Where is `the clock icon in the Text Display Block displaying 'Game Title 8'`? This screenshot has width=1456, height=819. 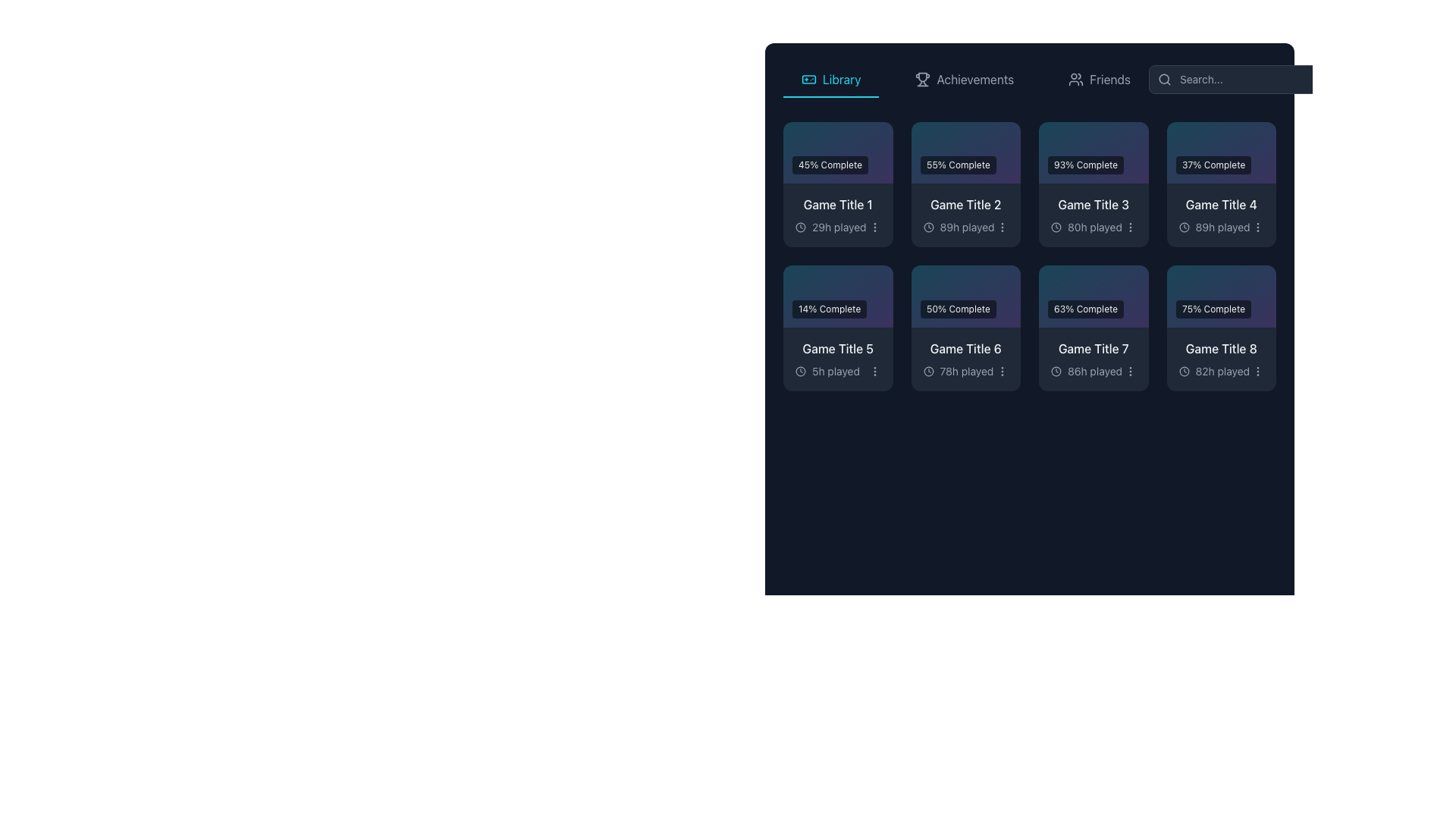 the clock icon in the Text Display Block displaying 'Game Title 8' is located at coordinates (1221, 359).